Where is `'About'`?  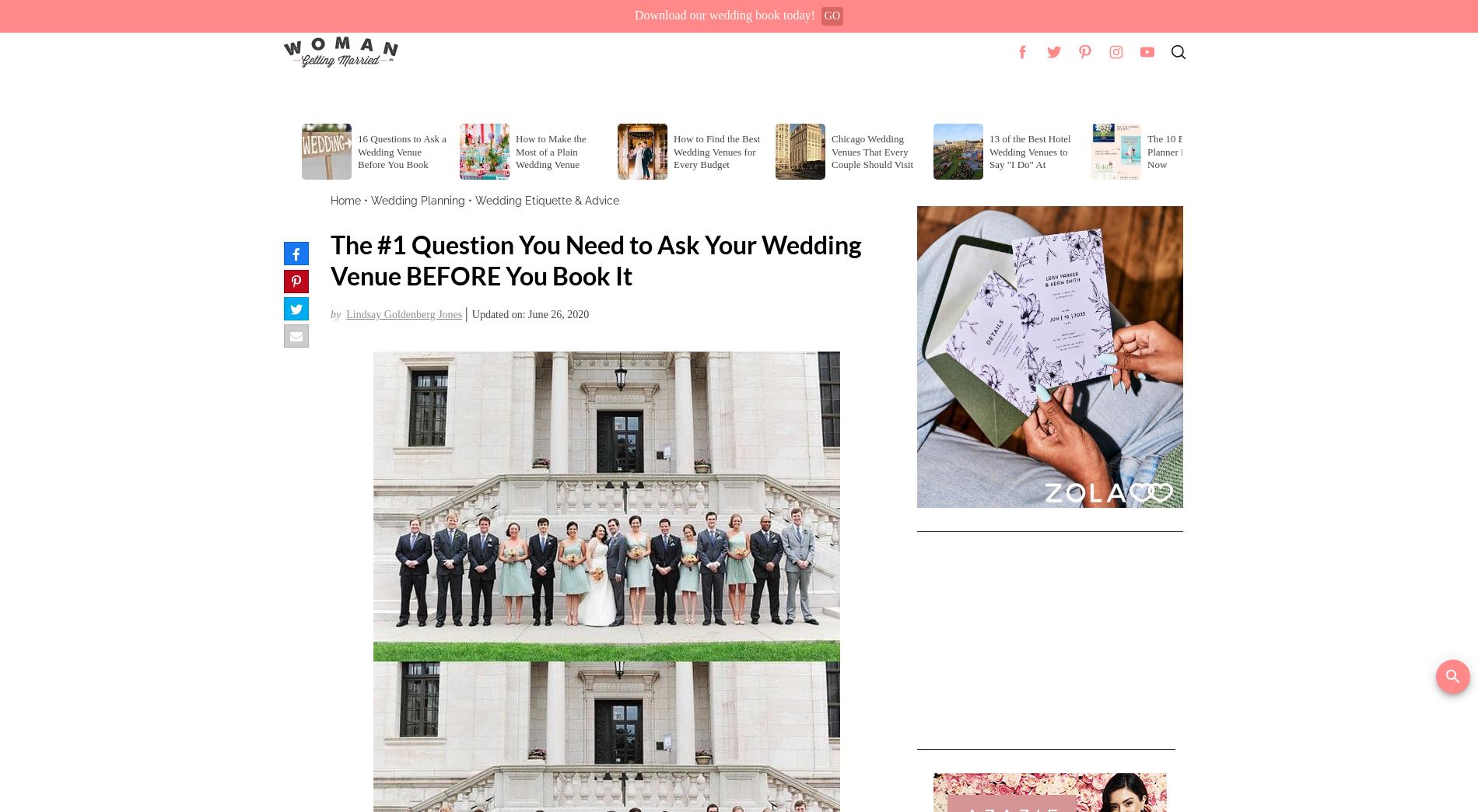 'About' is located at coordinates (1165, 93).